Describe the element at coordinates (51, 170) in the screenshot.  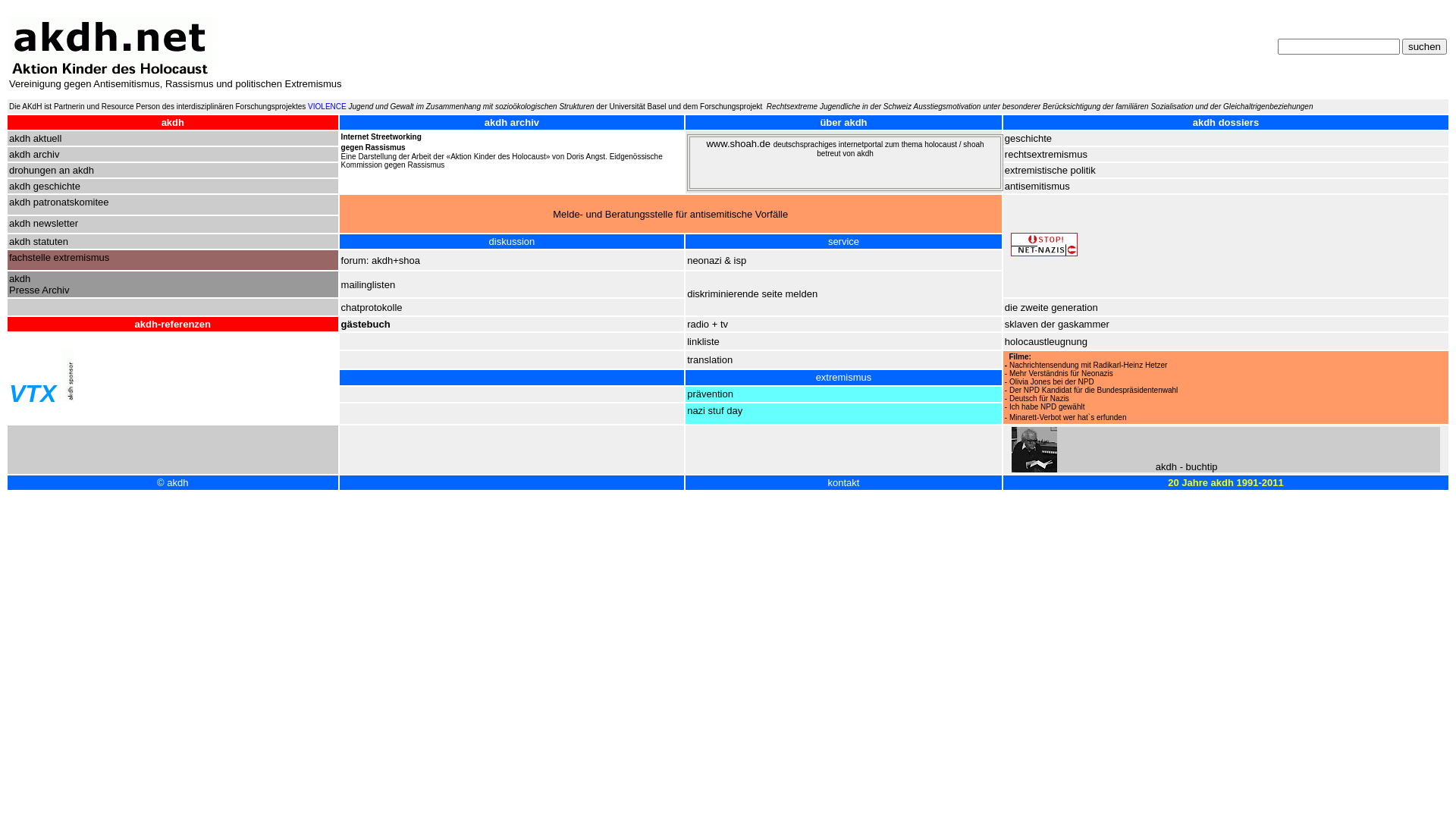
I see `'drohungen an akdh'` at that location.